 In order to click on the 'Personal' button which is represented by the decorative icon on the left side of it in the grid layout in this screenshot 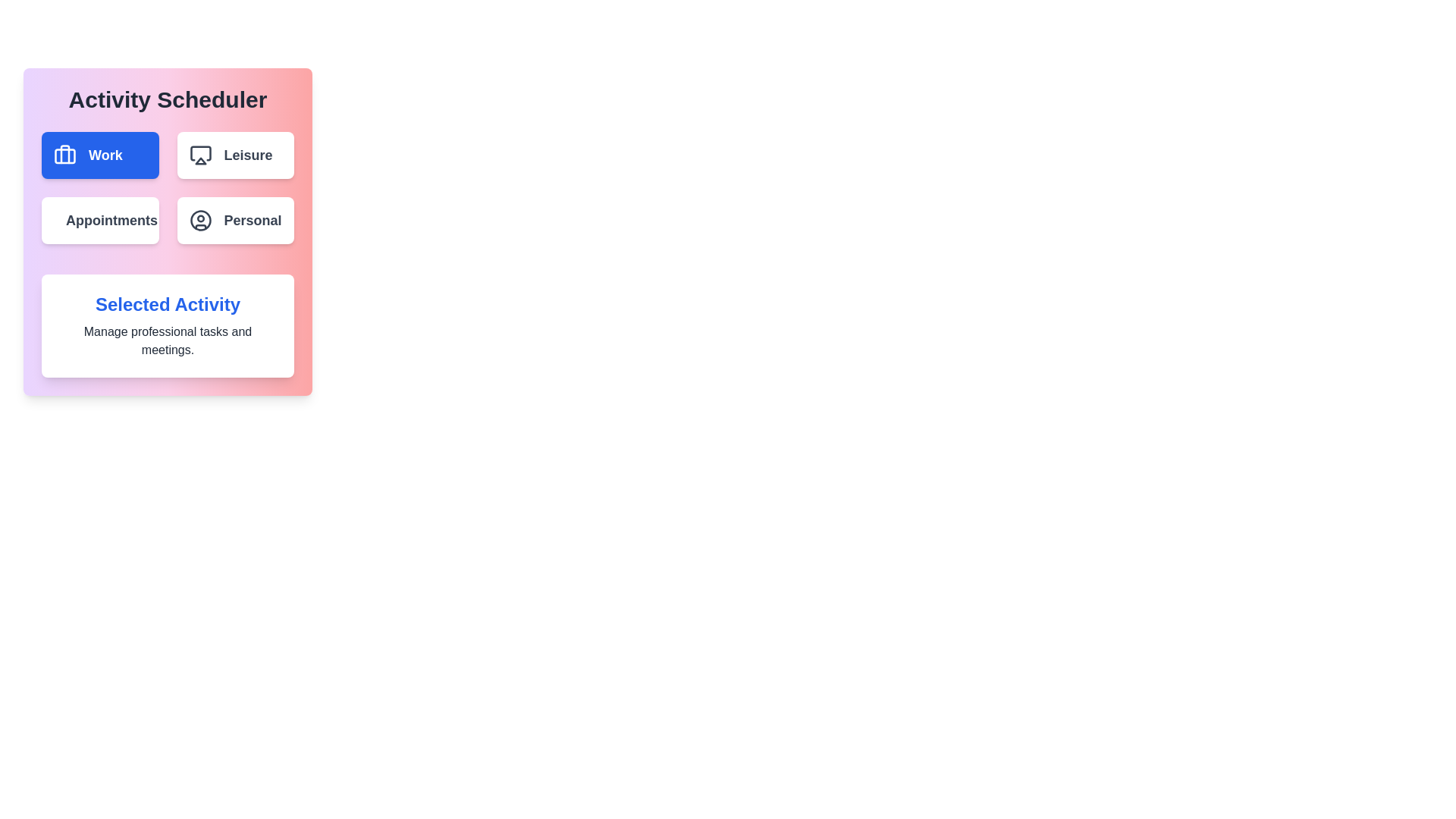, I will do `click(199, 220)`.